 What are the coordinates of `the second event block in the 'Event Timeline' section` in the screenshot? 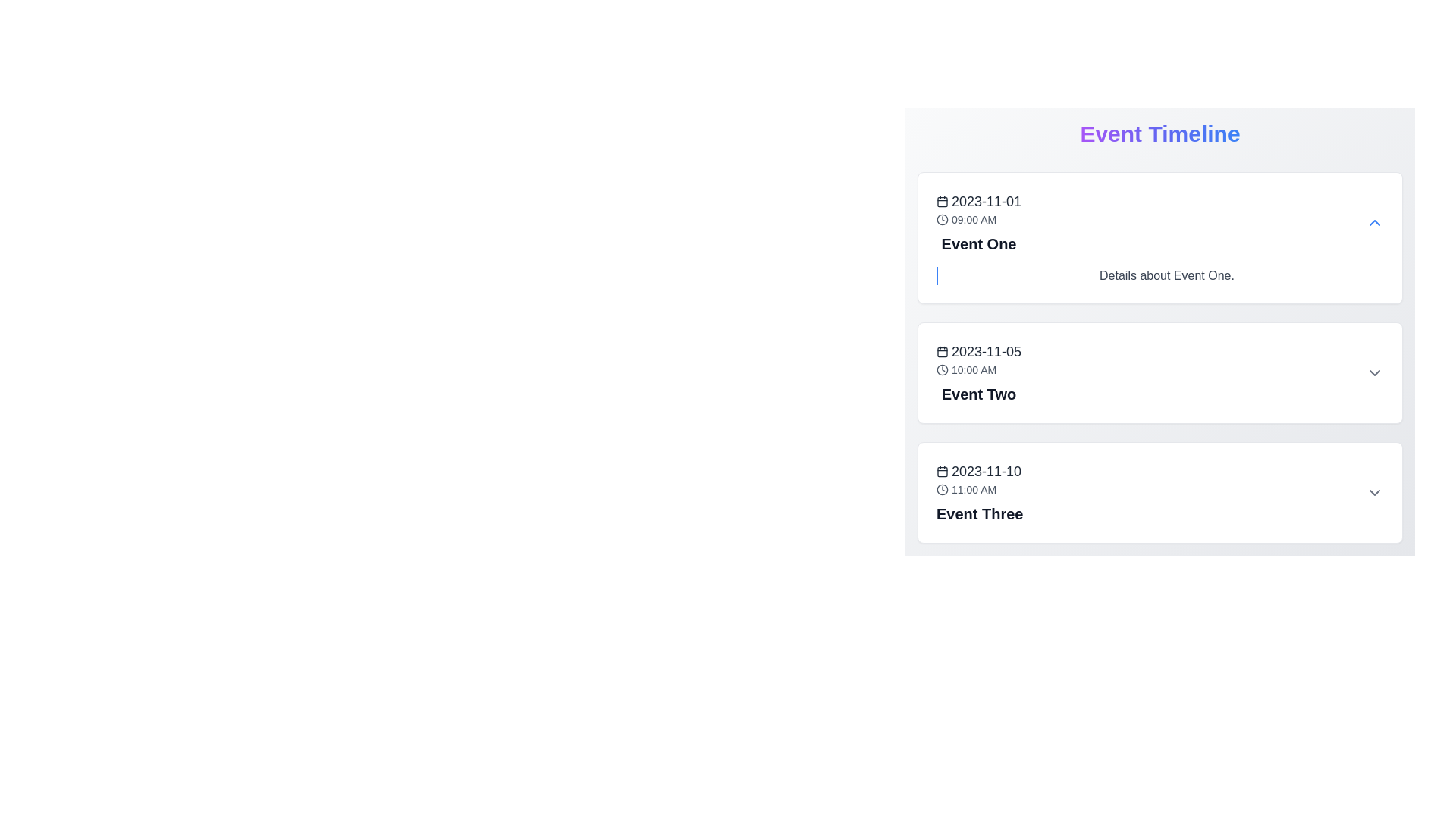 It's located at (1159, 357).